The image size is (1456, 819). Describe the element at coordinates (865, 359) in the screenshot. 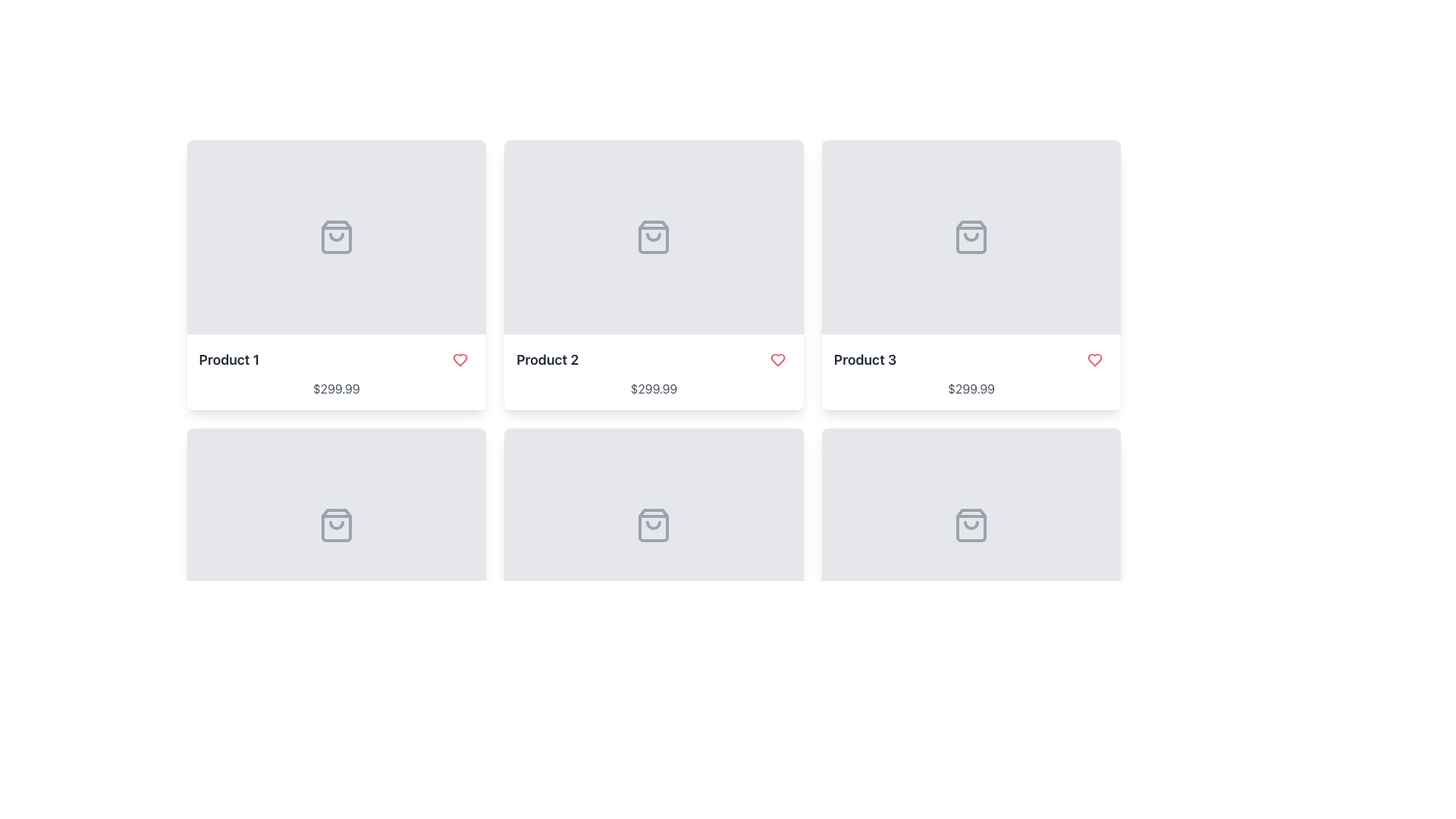

I see `the non-interactive text label that identifies 'Product 3', positioned center-aligned in the top row of the card layout, to the left of the heart icon` at that location.